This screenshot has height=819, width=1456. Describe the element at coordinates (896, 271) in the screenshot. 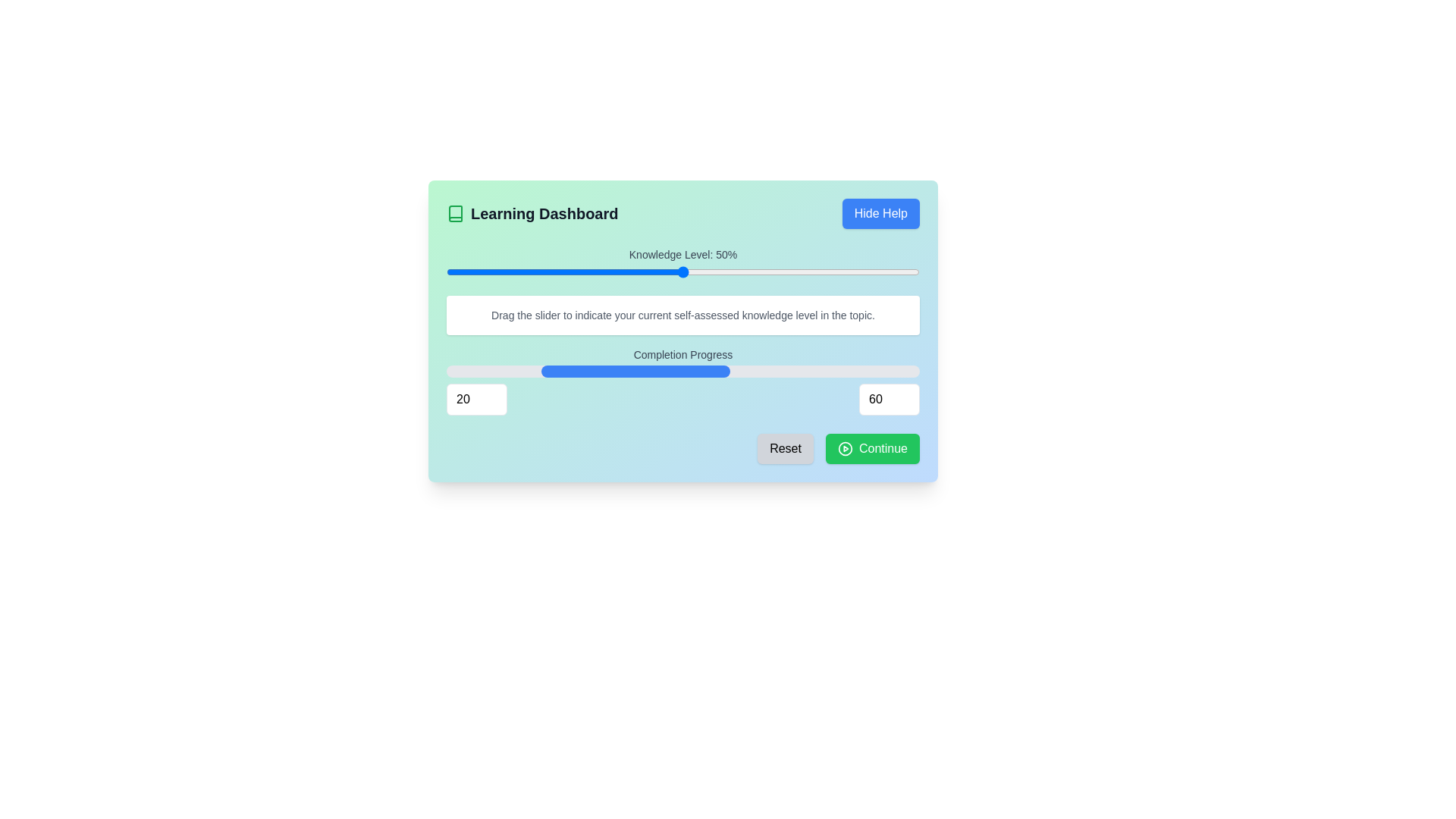

I see `the knowledge level` at that location.